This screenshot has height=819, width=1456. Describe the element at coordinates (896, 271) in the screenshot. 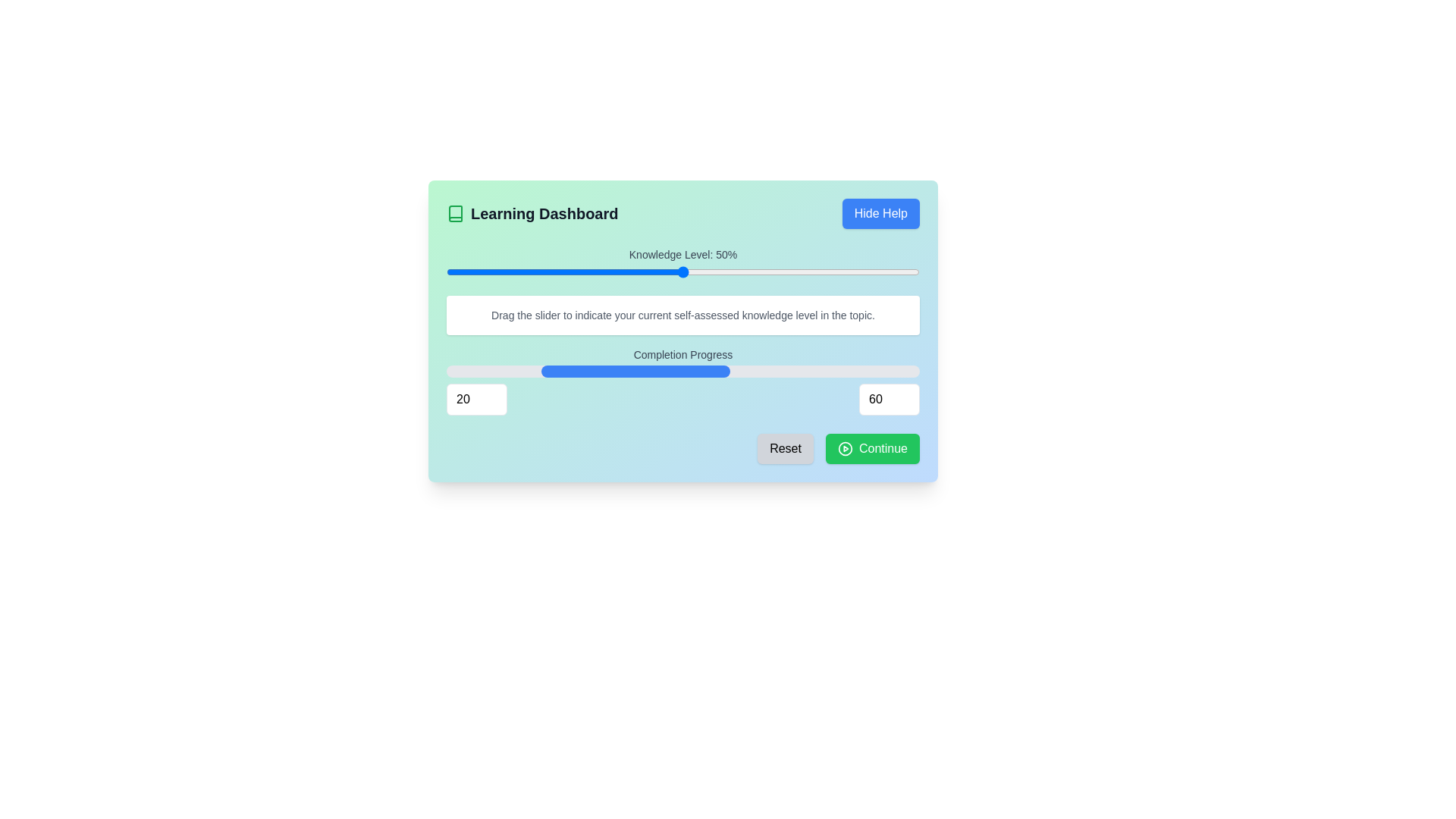

I see `the knowledge level` at that location.